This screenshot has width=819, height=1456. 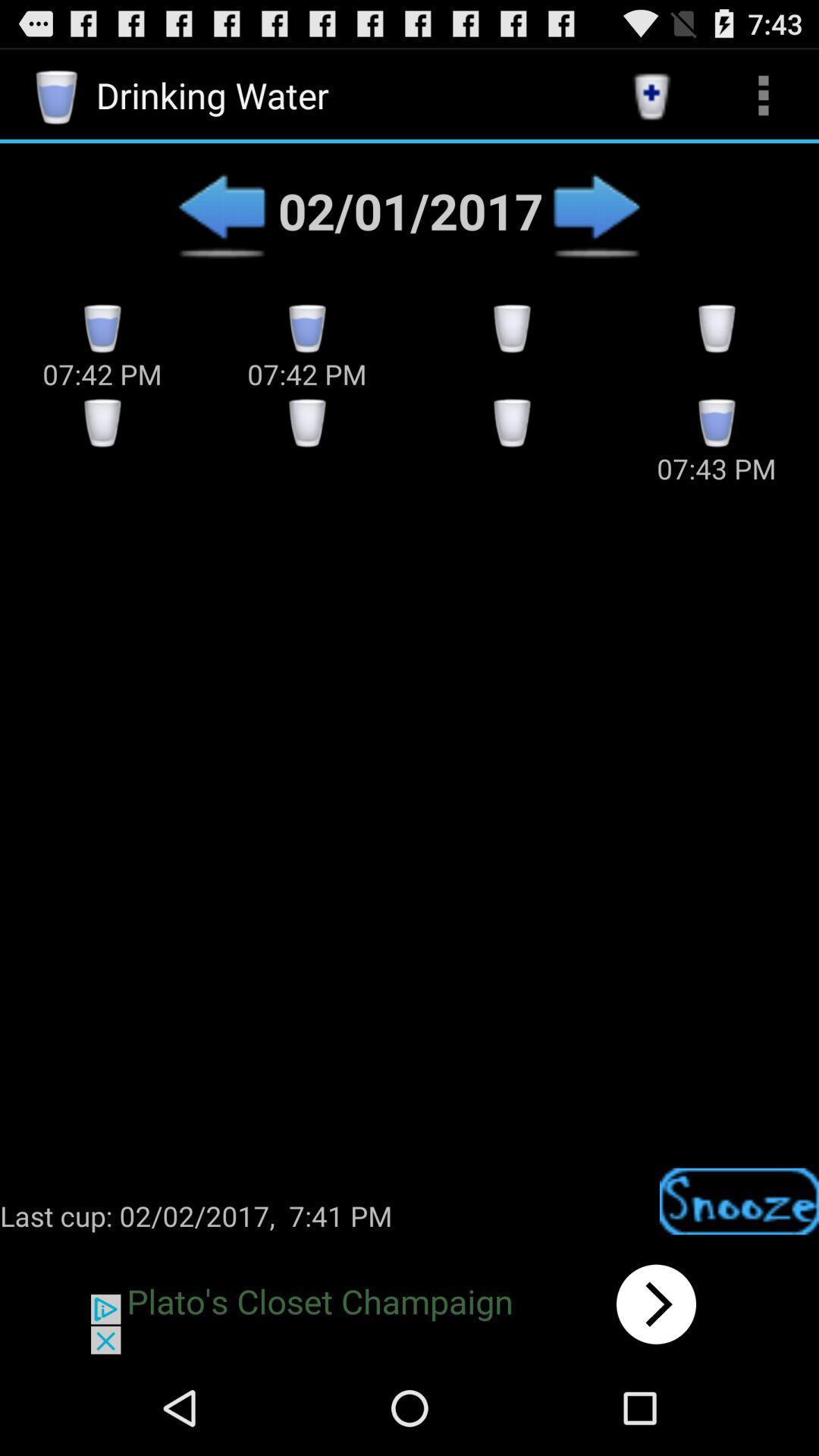 What do you see at coordinates (409, 1304) in the screenshot?
I see `open advertisement` at bounding box center [409, 1304].